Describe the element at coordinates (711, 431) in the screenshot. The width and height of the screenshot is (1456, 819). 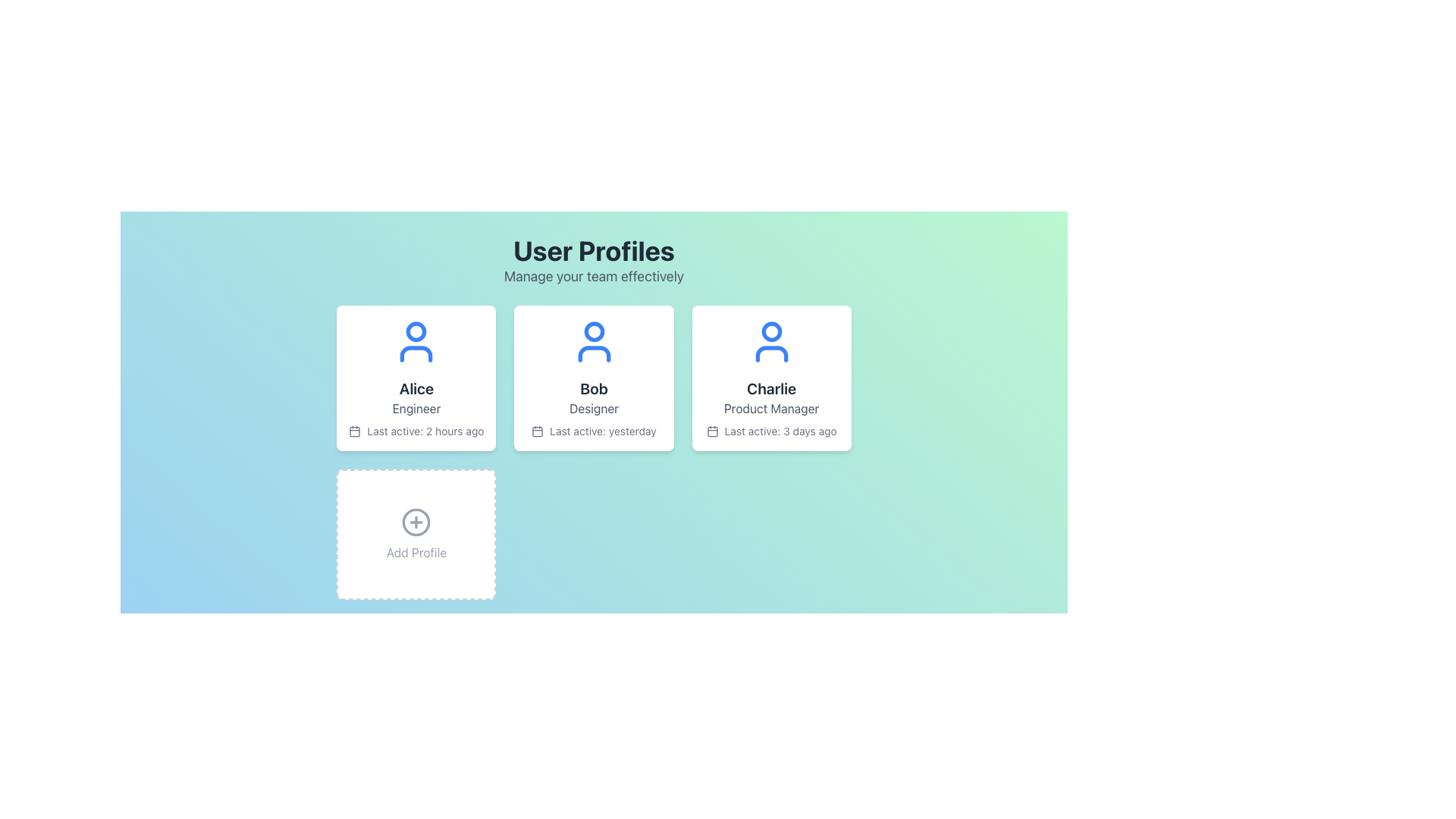
I see `the calendar component icon located at the bottom left corner of Charlie's user profile card` at that location.